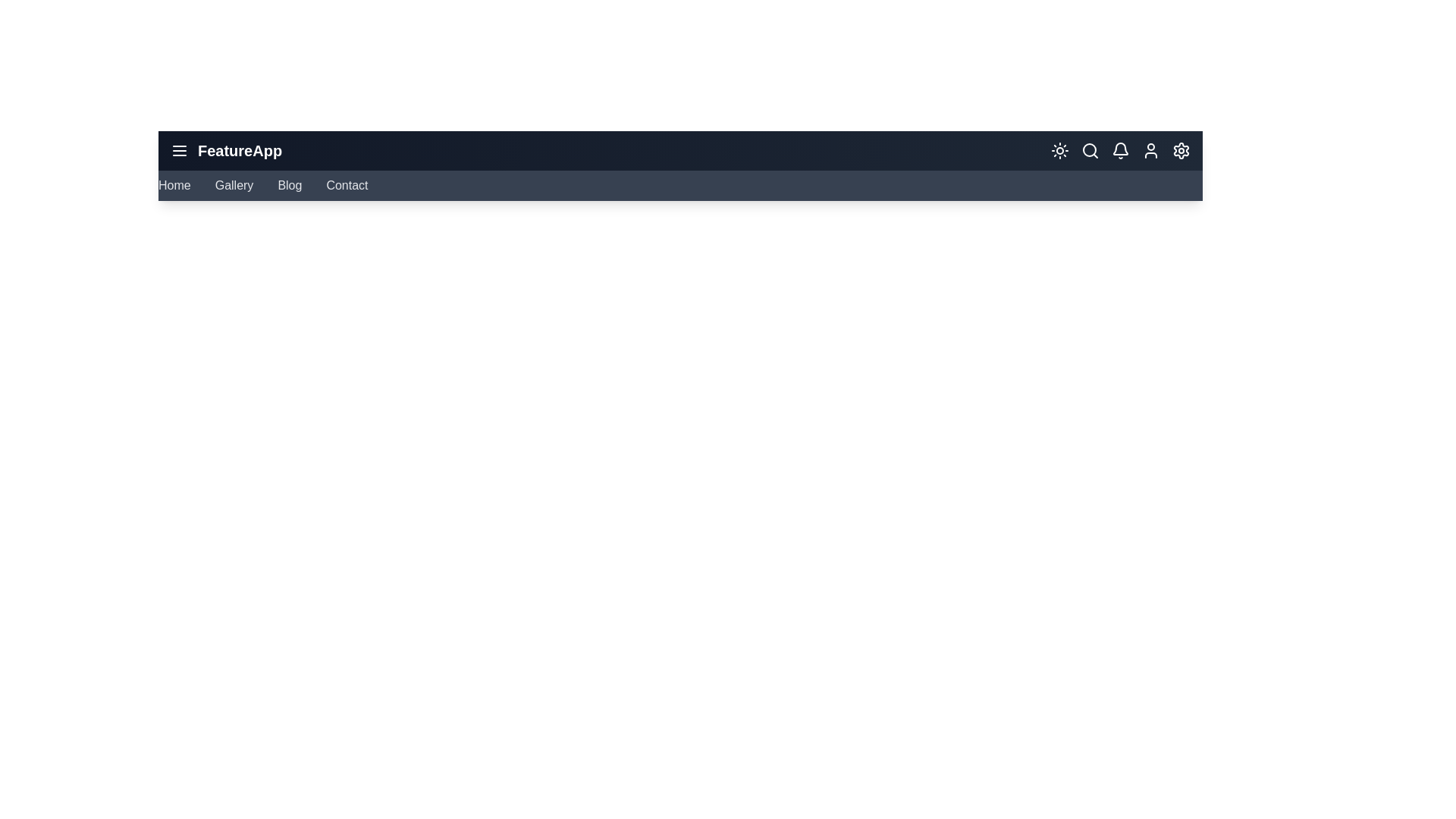 This screenshot has width=1456, height=819. Describe the element at coordinates (290, 185) in the screenshot. I see `the navigation menu item Blog` at that location.